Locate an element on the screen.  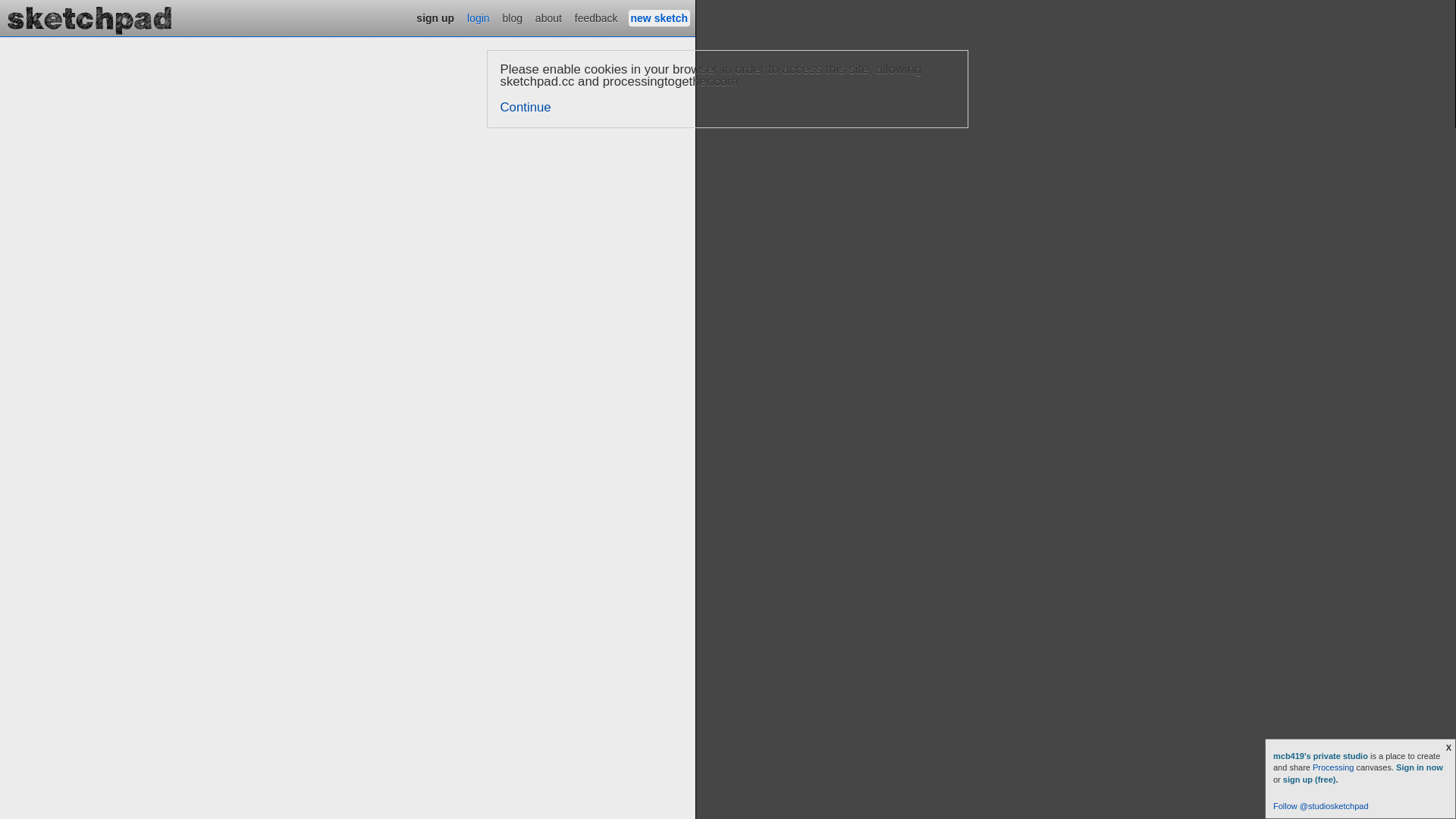
'Studio Sketchpad is Processing on Etherpad' is located at coordinates (0, 17).